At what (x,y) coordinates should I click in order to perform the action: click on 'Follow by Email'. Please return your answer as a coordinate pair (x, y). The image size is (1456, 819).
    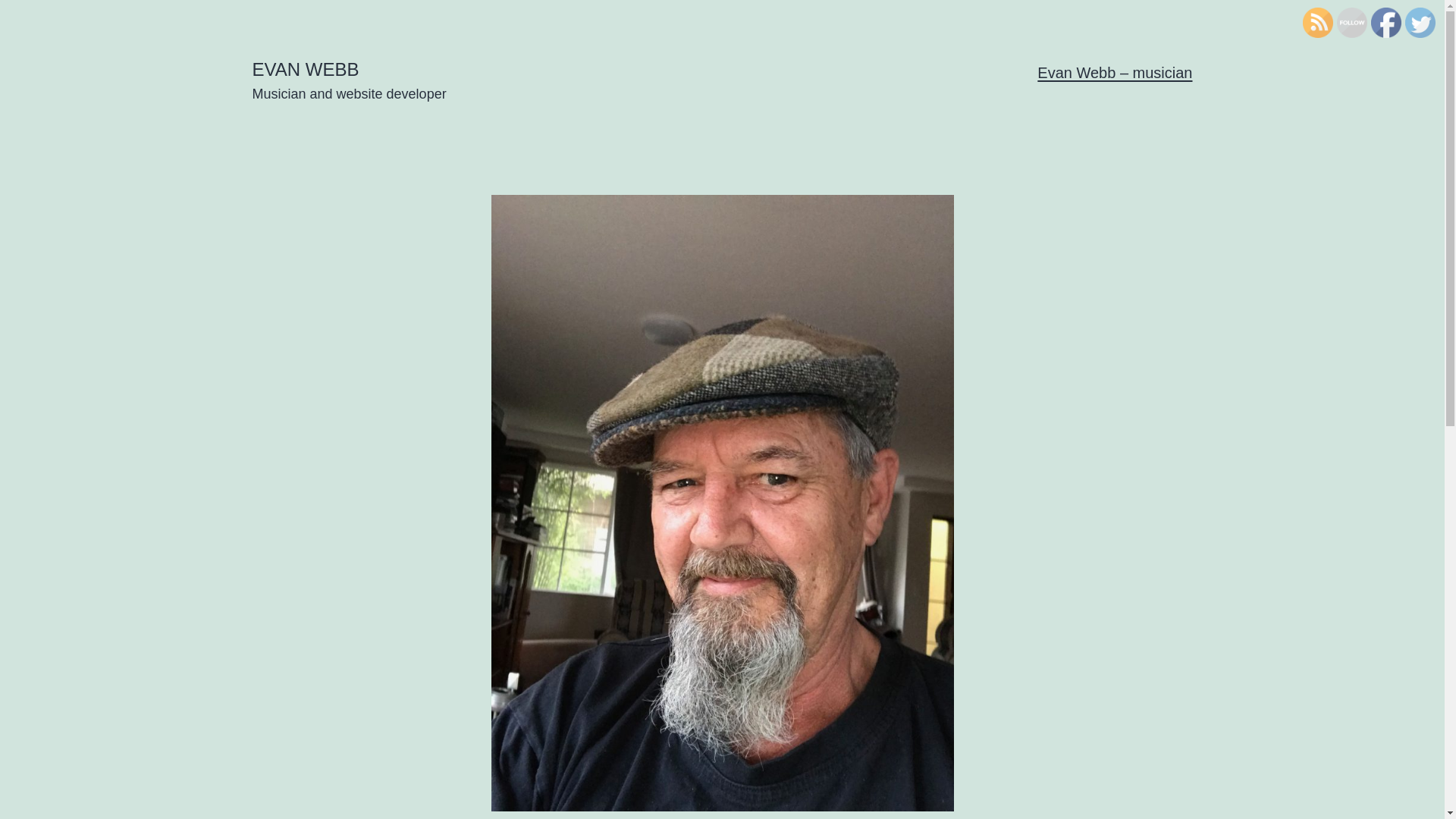
    Looking at the image, I should click on (1335, 23).